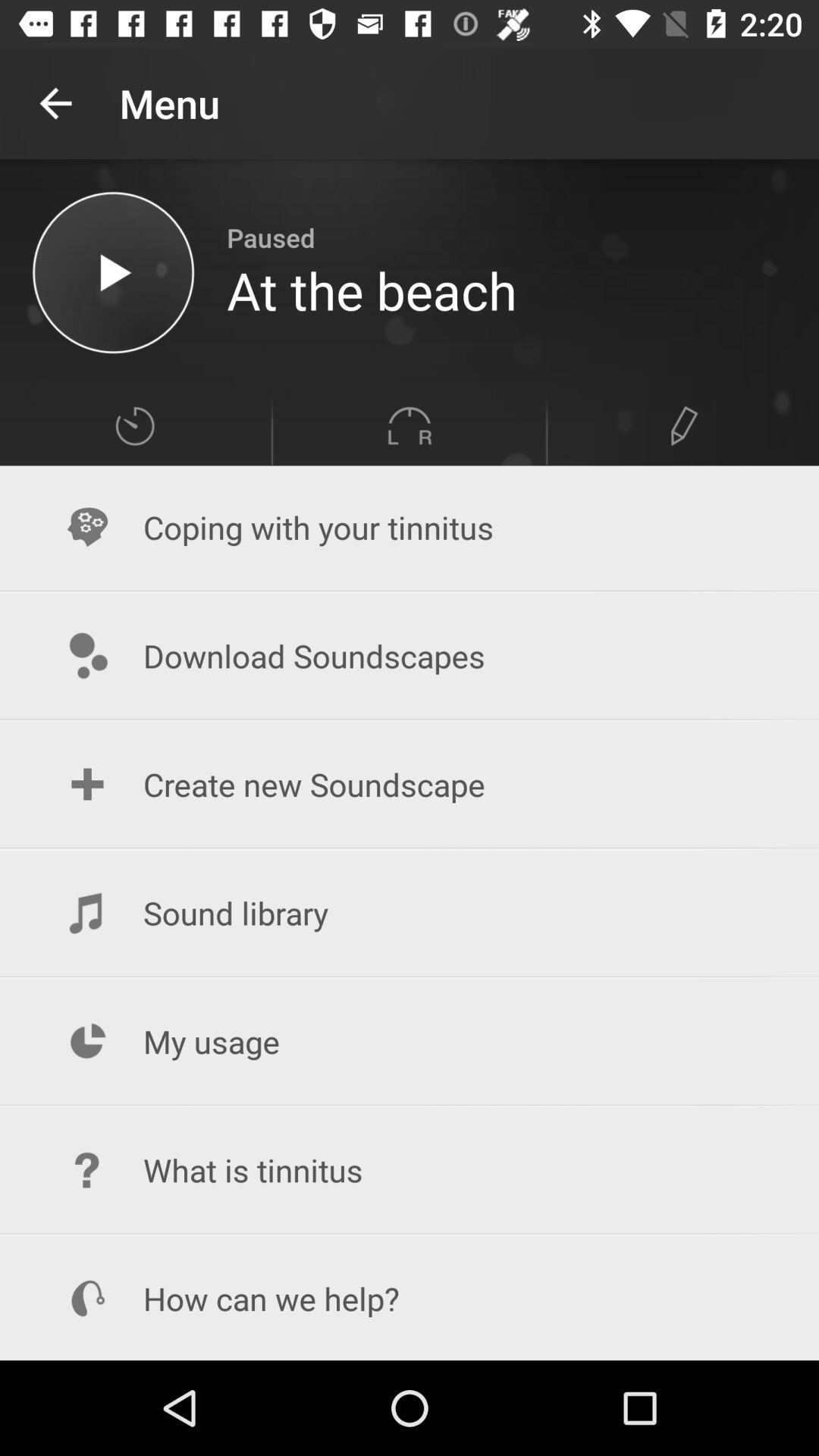 The width and height of the screenshot is (819, 1456). Describe the element at coordinates (55, 102) in the screenshot. I see `the icon to the left of the menu icon` at that location.